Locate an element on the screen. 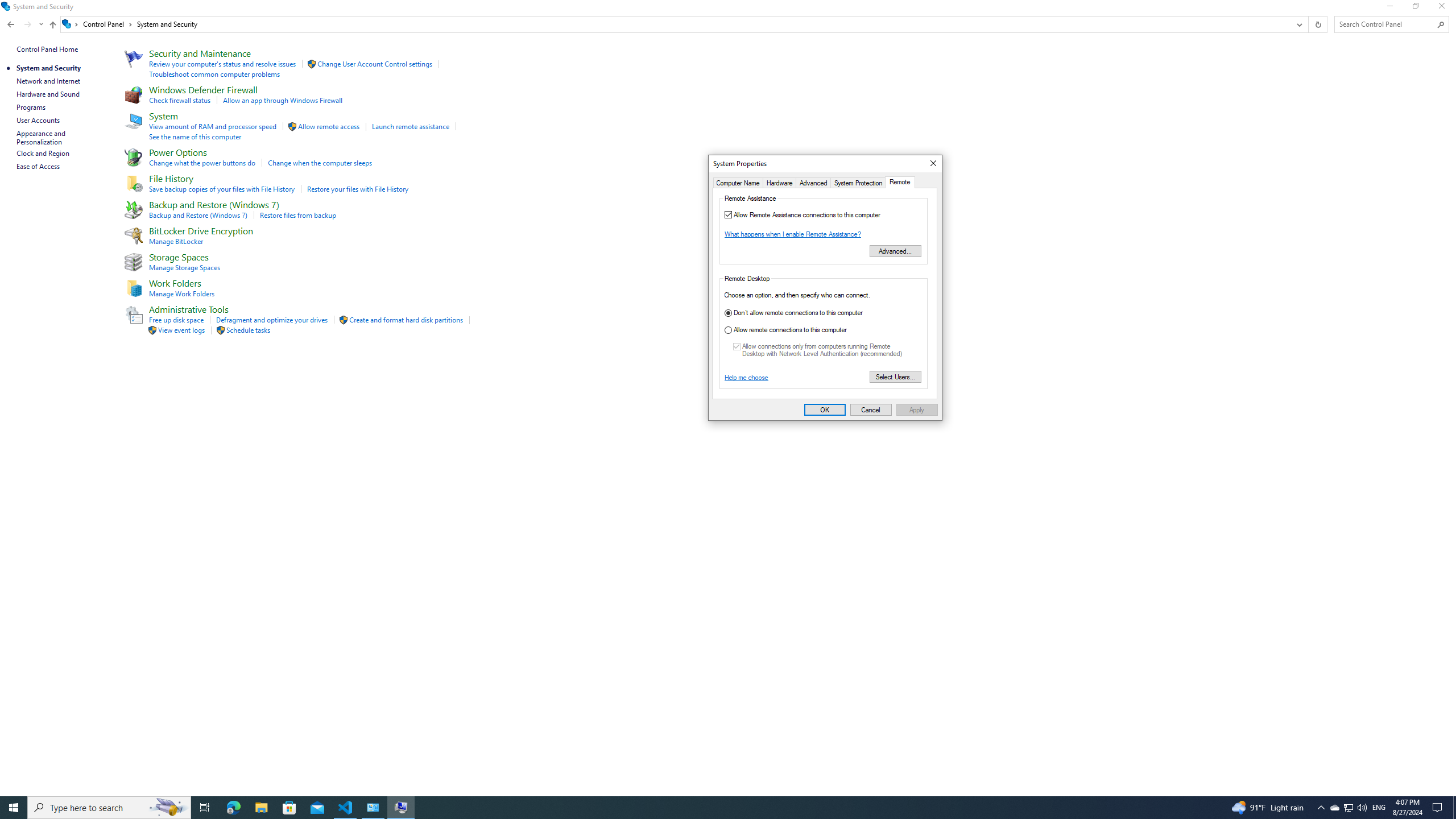  'What happens when I enable Remote Assistance?' is located at coordinates (792, 233).